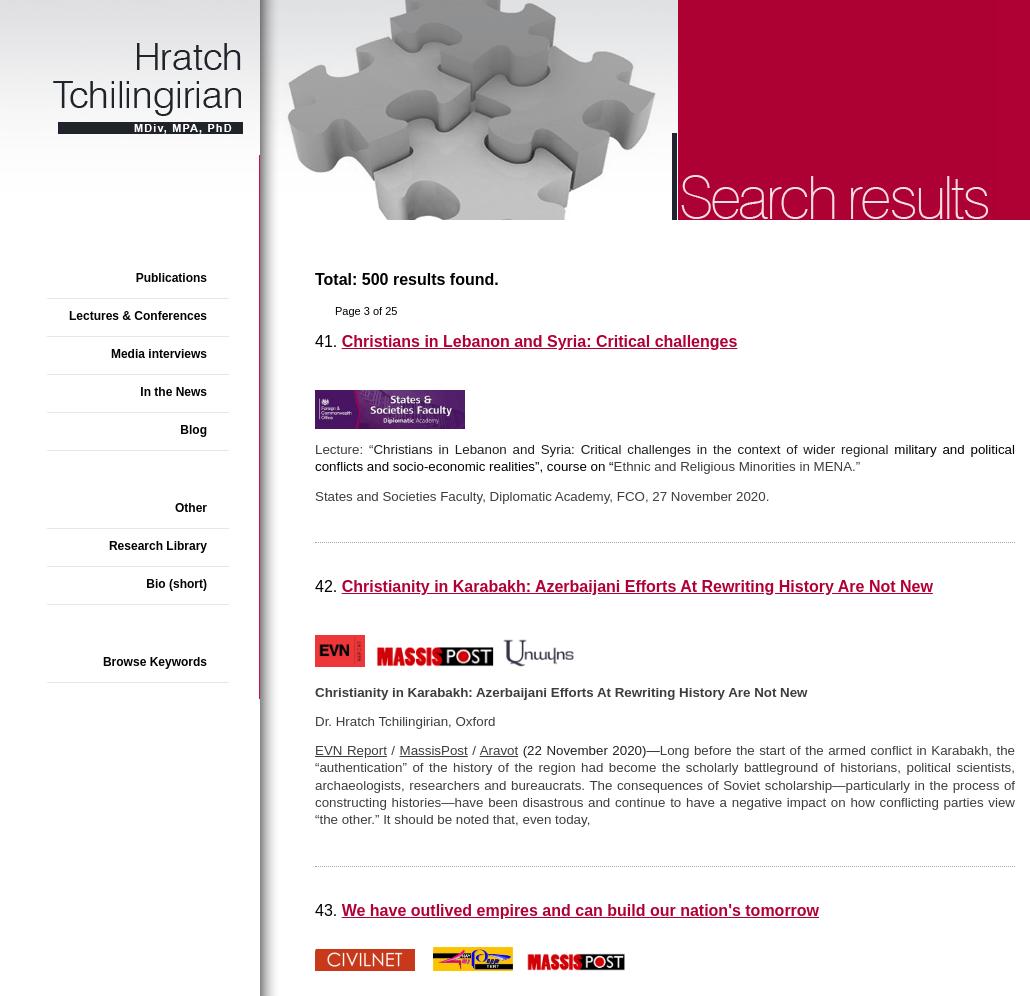 This screenshot has width=1030, height=996. I want to click on 'Christians in Lebanon and Syria: Critical challenges', so click(538, 341).